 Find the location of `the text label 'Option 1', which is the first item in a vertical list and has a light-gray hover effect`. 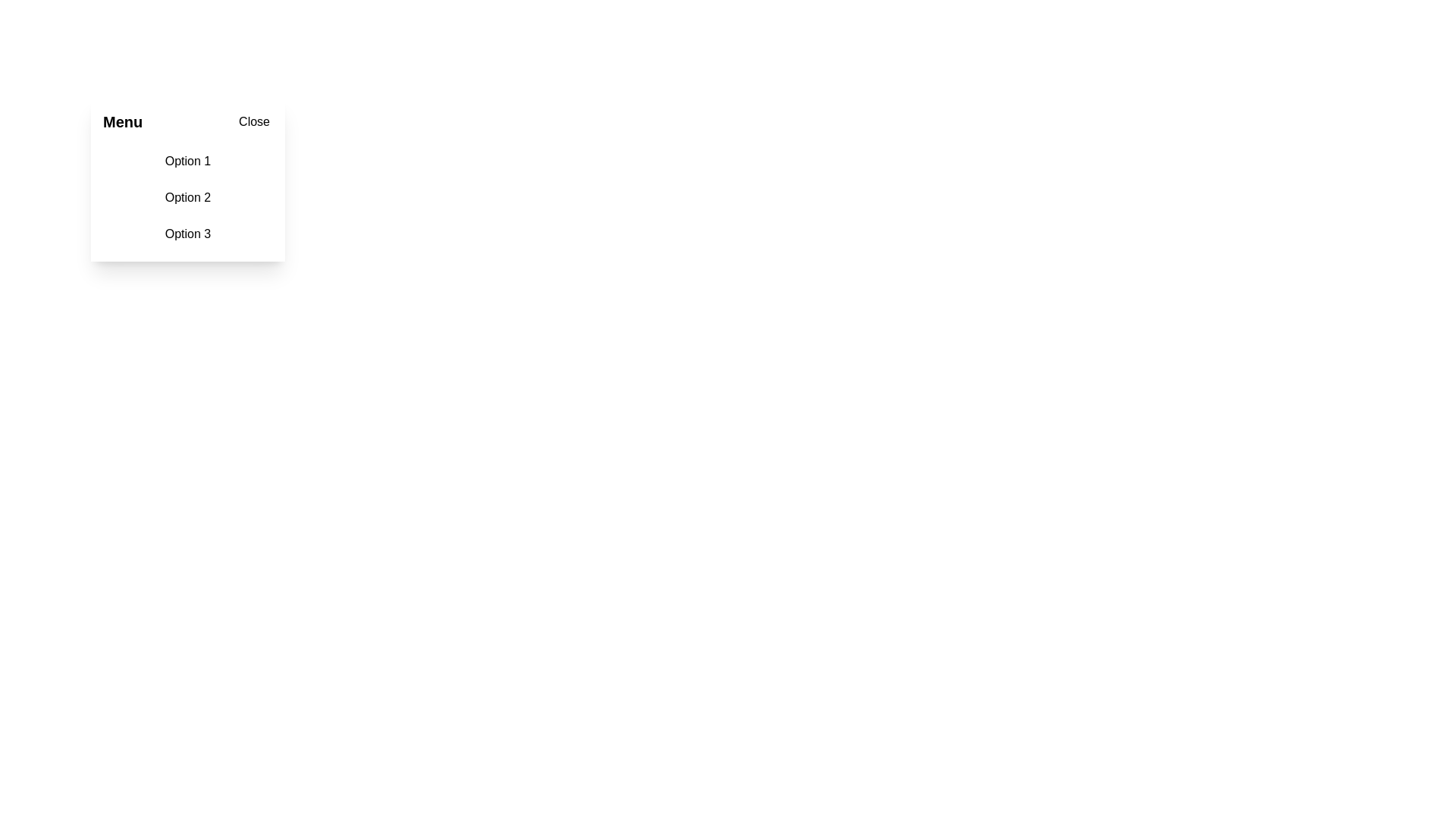

the text label 'Option 1', which is the first item in a vertical list and has a light-gray hover effect is located at coordinates (187, 161).